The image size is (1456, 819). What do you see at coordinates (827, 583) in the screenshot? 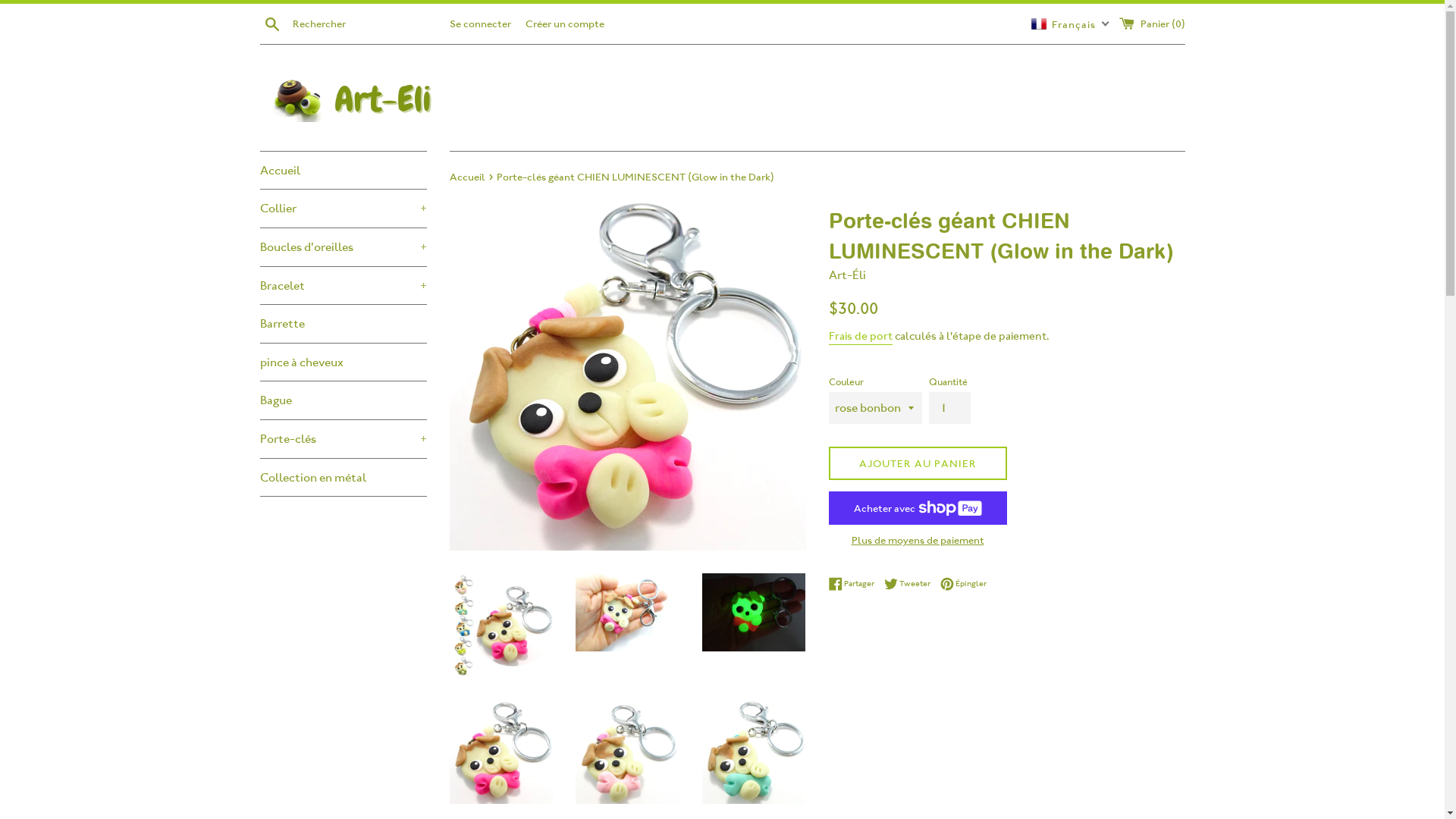
I see `'Partager` at bounding box center [827, 583].